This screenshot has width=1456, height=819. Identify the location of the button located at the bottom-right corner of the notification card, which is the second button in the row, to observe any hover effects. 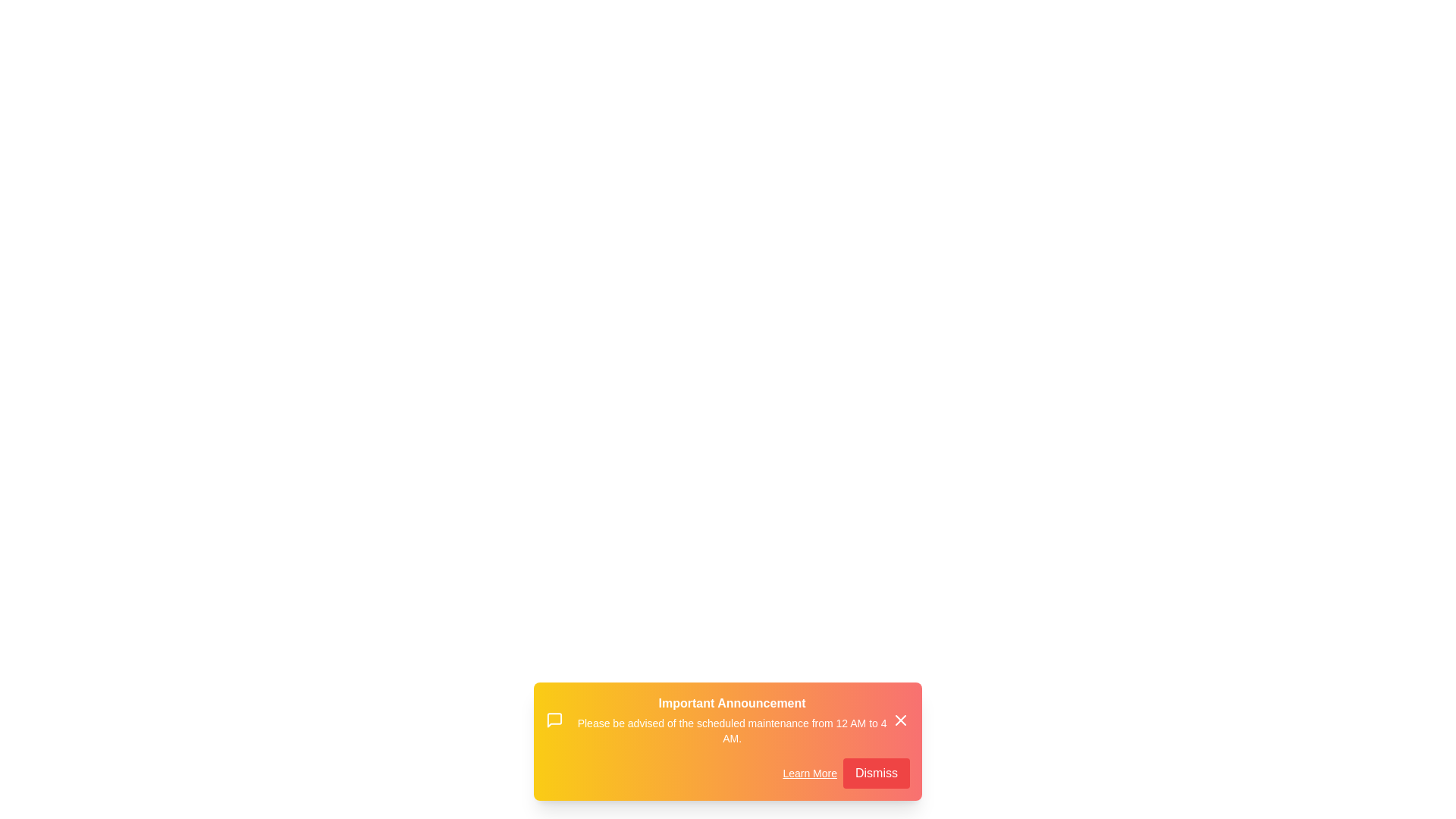
(877, 773).